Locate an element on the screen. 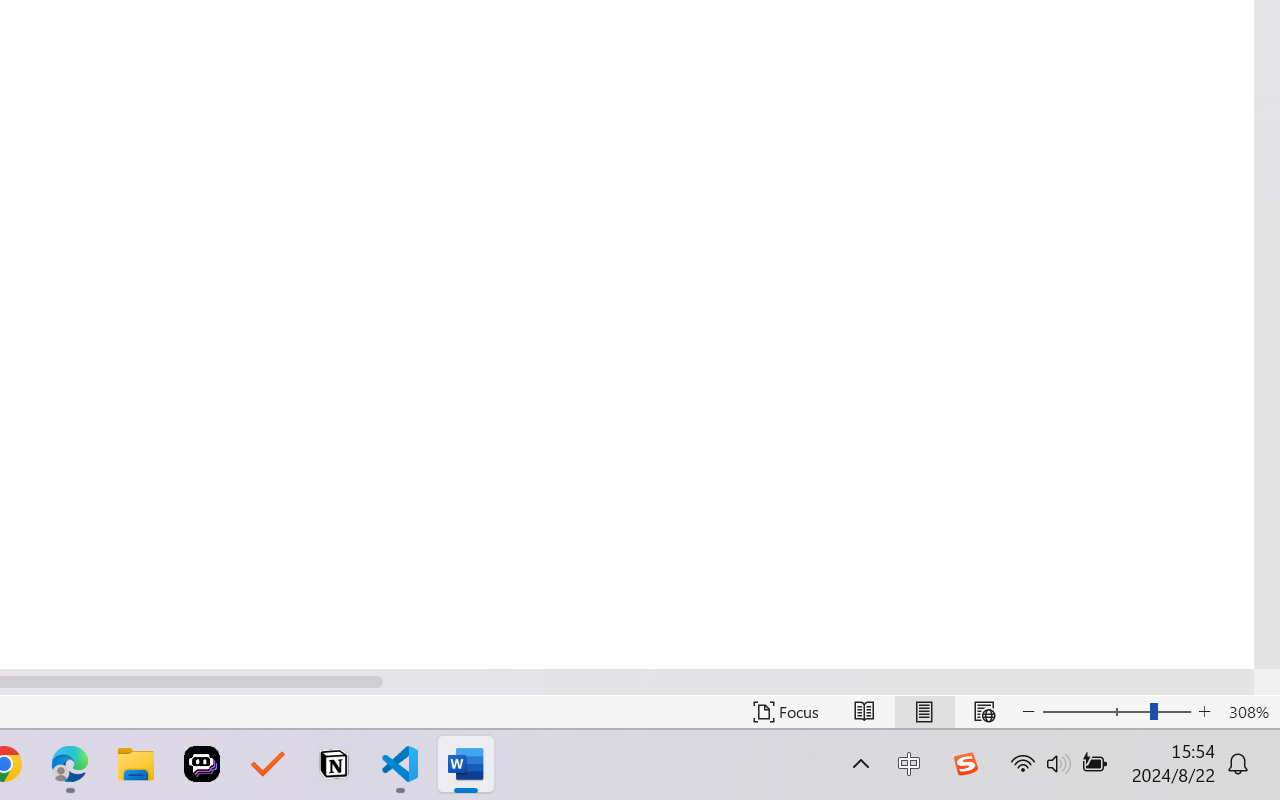 The image size is (1280, 800). 'Print Layout' is located at coordinates (923, 711).